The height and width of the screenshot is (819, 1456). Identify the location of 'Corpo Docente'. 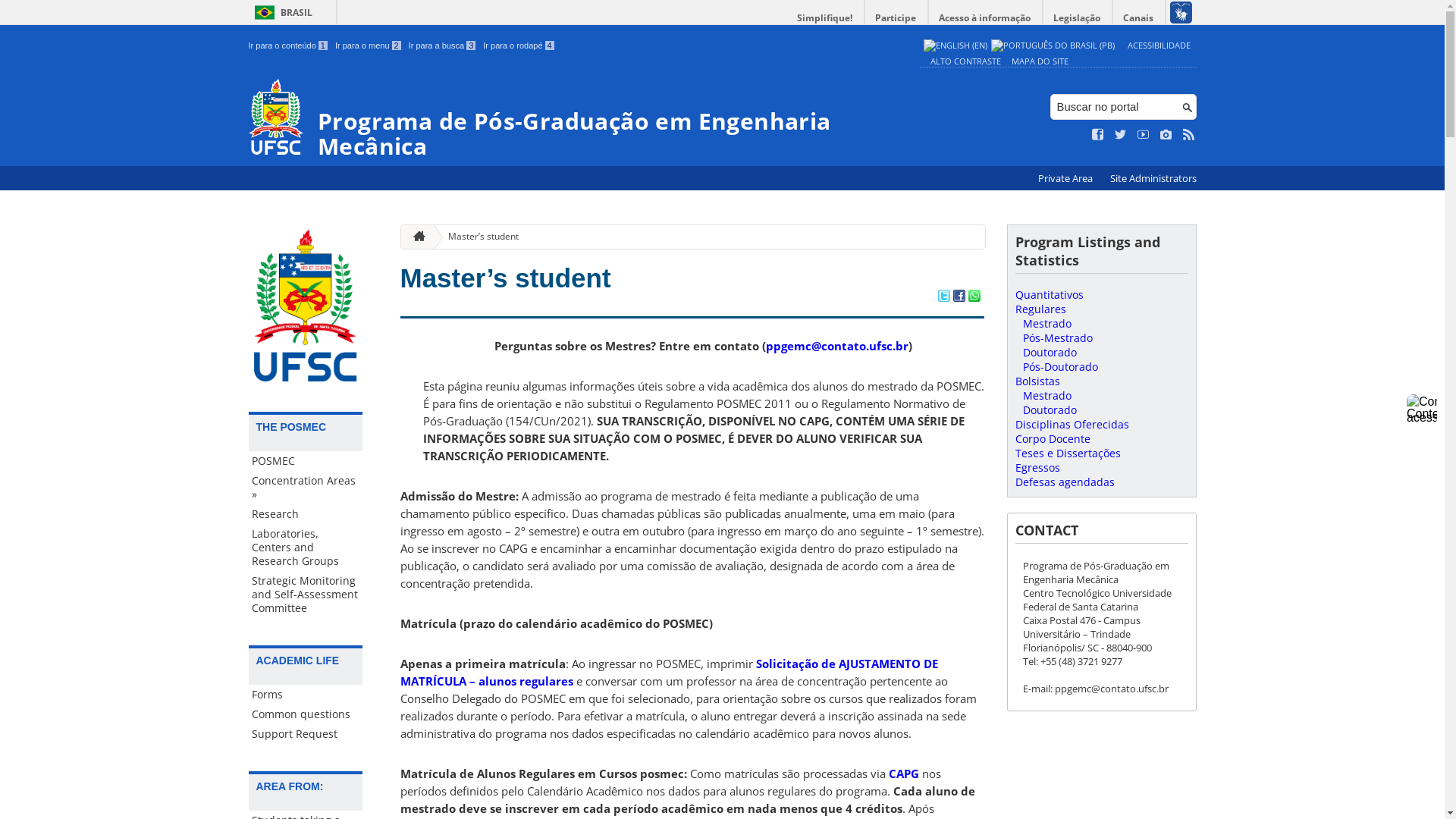
(1051, 438).